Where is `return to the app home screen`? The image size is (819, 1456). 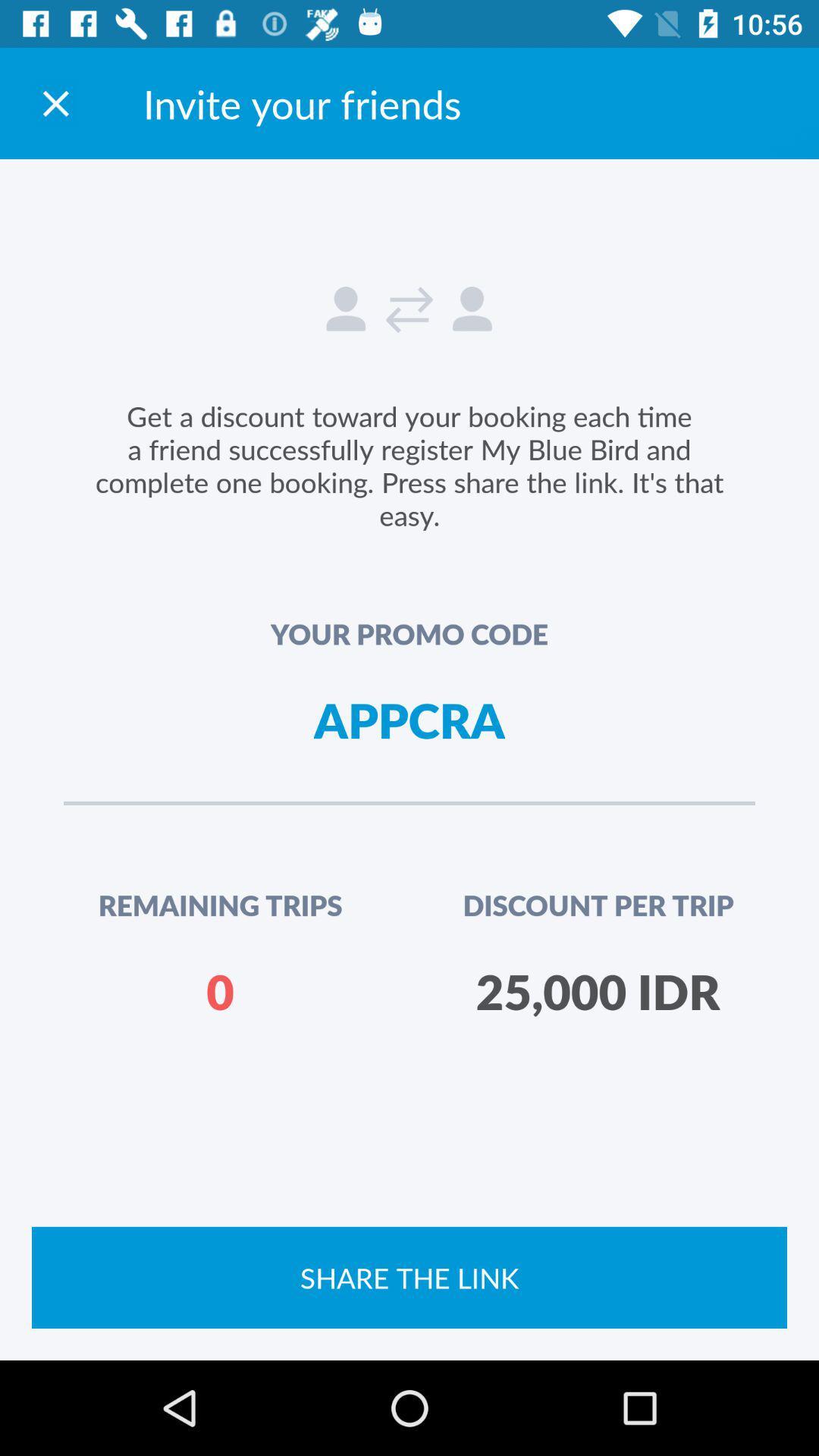
return to the app home screen is located at coordinates (55, 102).